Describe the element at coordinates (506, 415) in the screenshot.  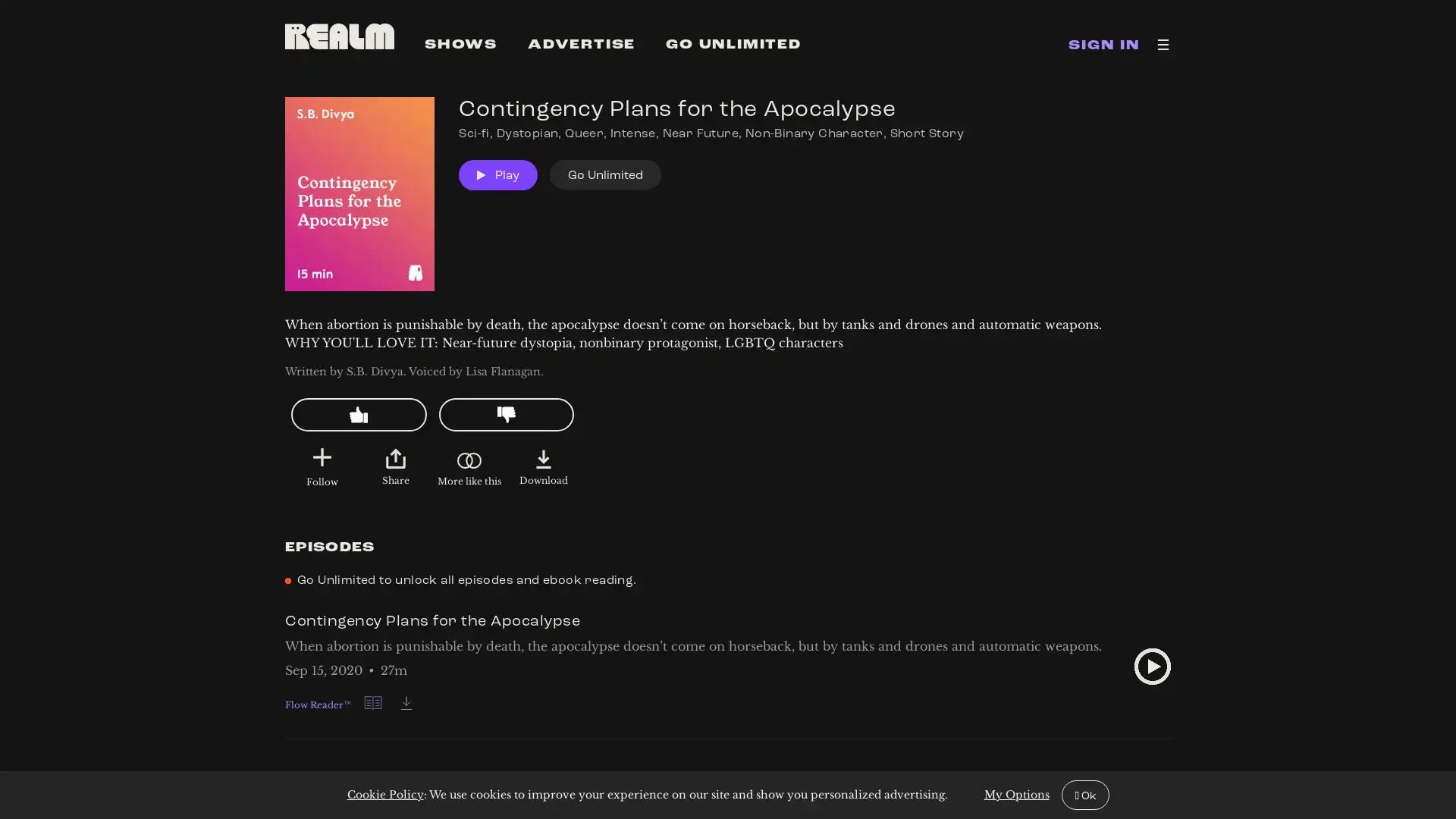
I see `dislike` at that location.